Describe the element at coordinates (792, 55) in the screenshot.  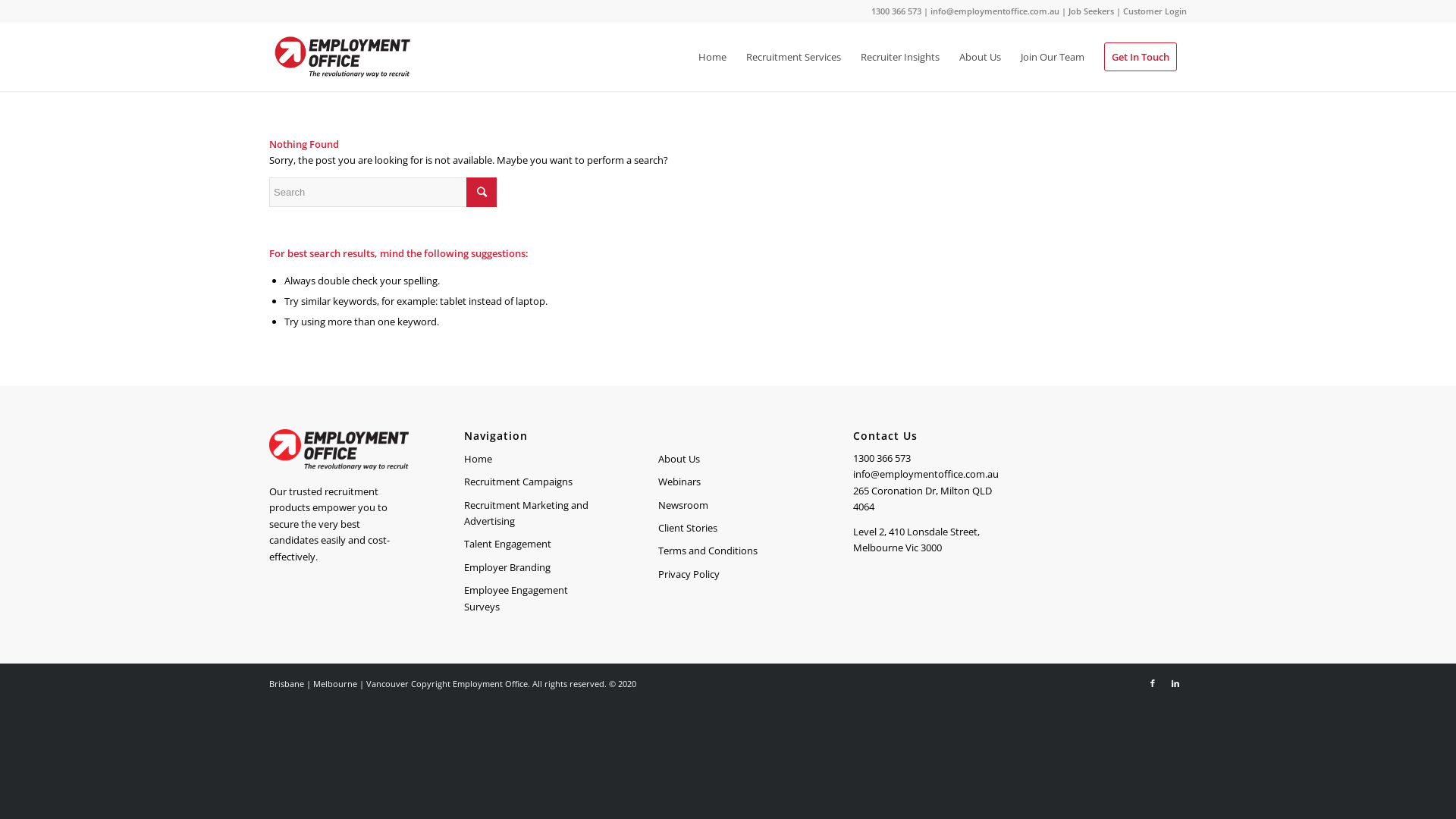
I see `'Recruitment Services'` at that location.